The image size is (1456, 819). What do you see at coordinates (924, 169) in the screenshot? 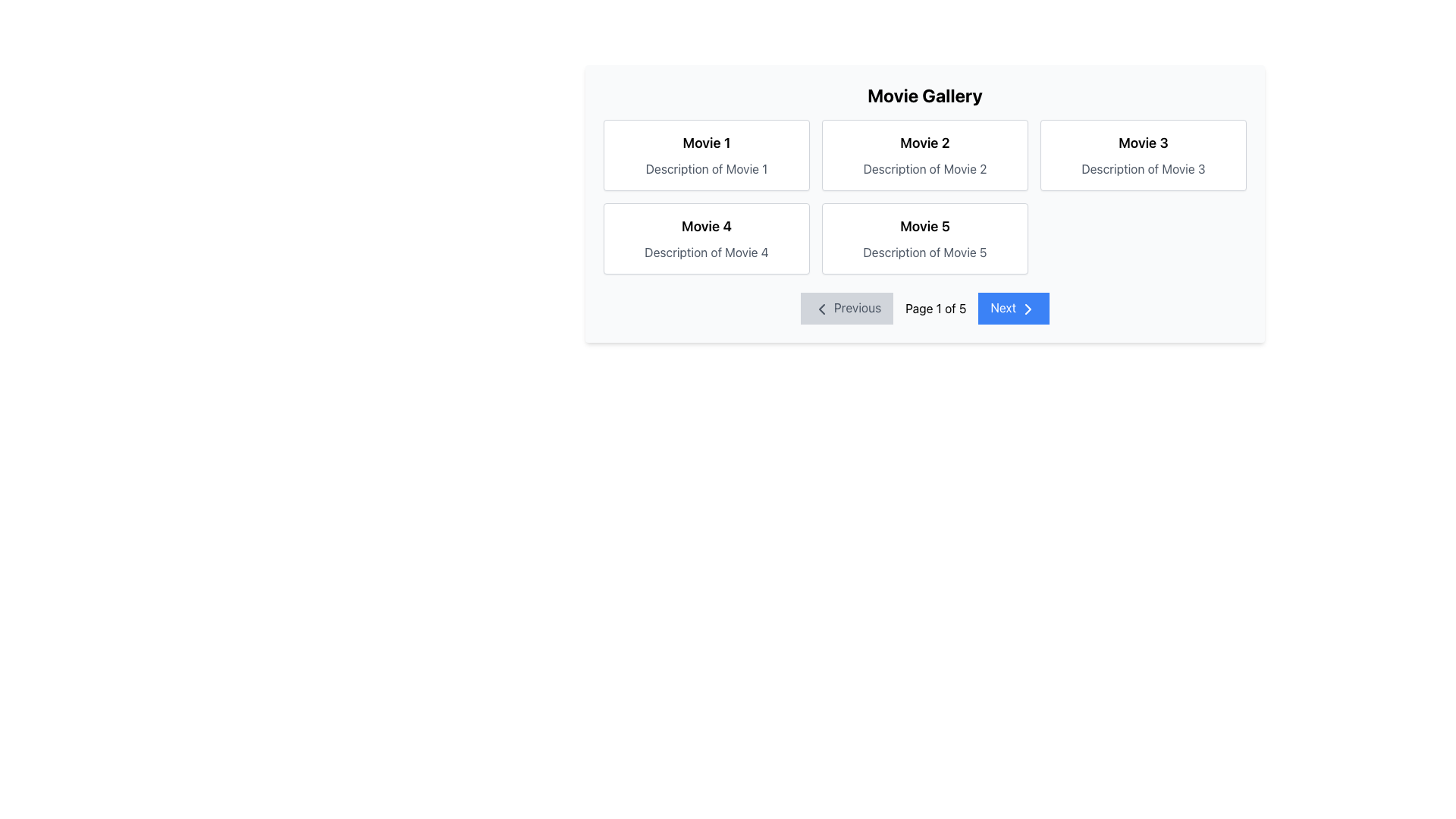
I see `the text element located directly below the heading 'Movie 2' in the second card of the grid, which provides a brief description of the movie` at bounding box center [924, 169].